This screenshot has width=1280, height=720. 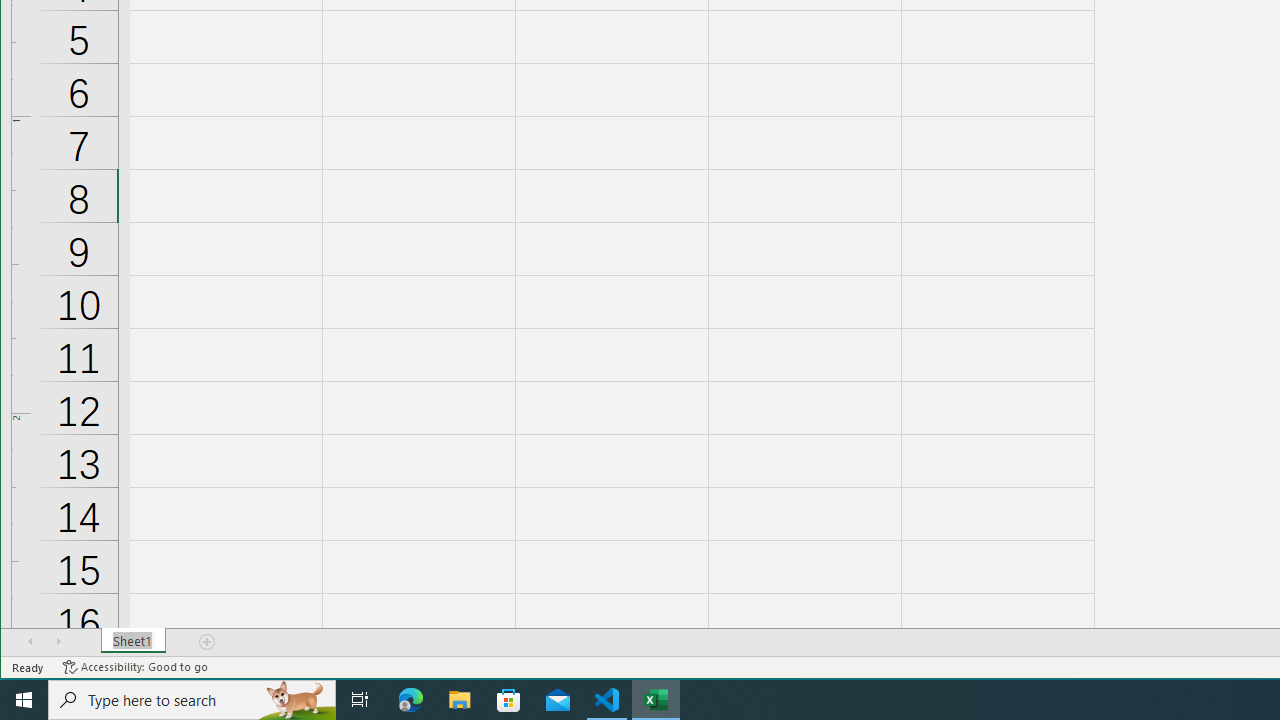 I want to click on 'Accessibility Checker Accessibility: Good to go', so click(x=134, y=667).